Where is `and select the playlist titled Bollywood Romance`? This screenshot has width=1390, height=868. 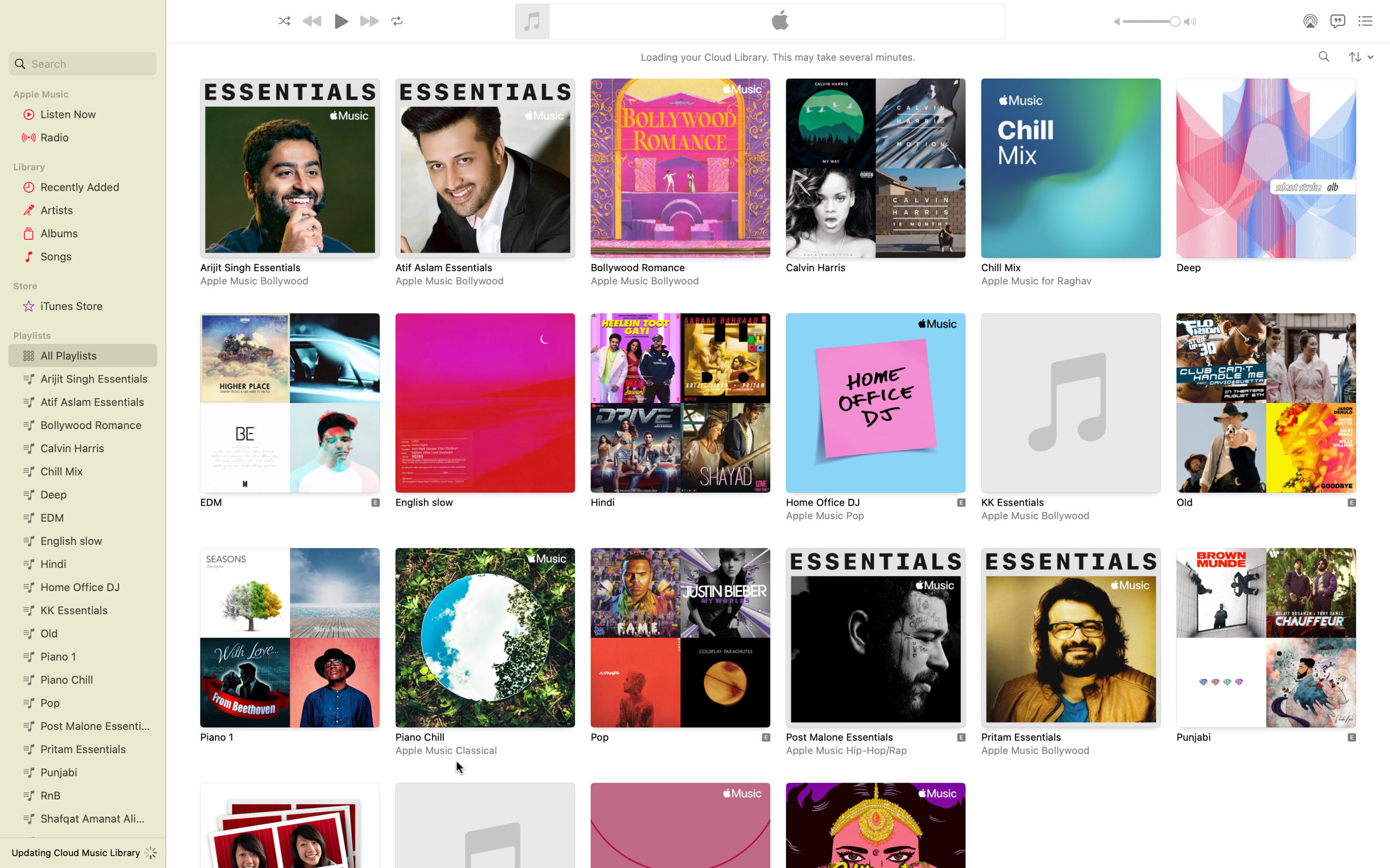 and select the playlist titled Bollywood Romance is located at coordinates (678, 183).